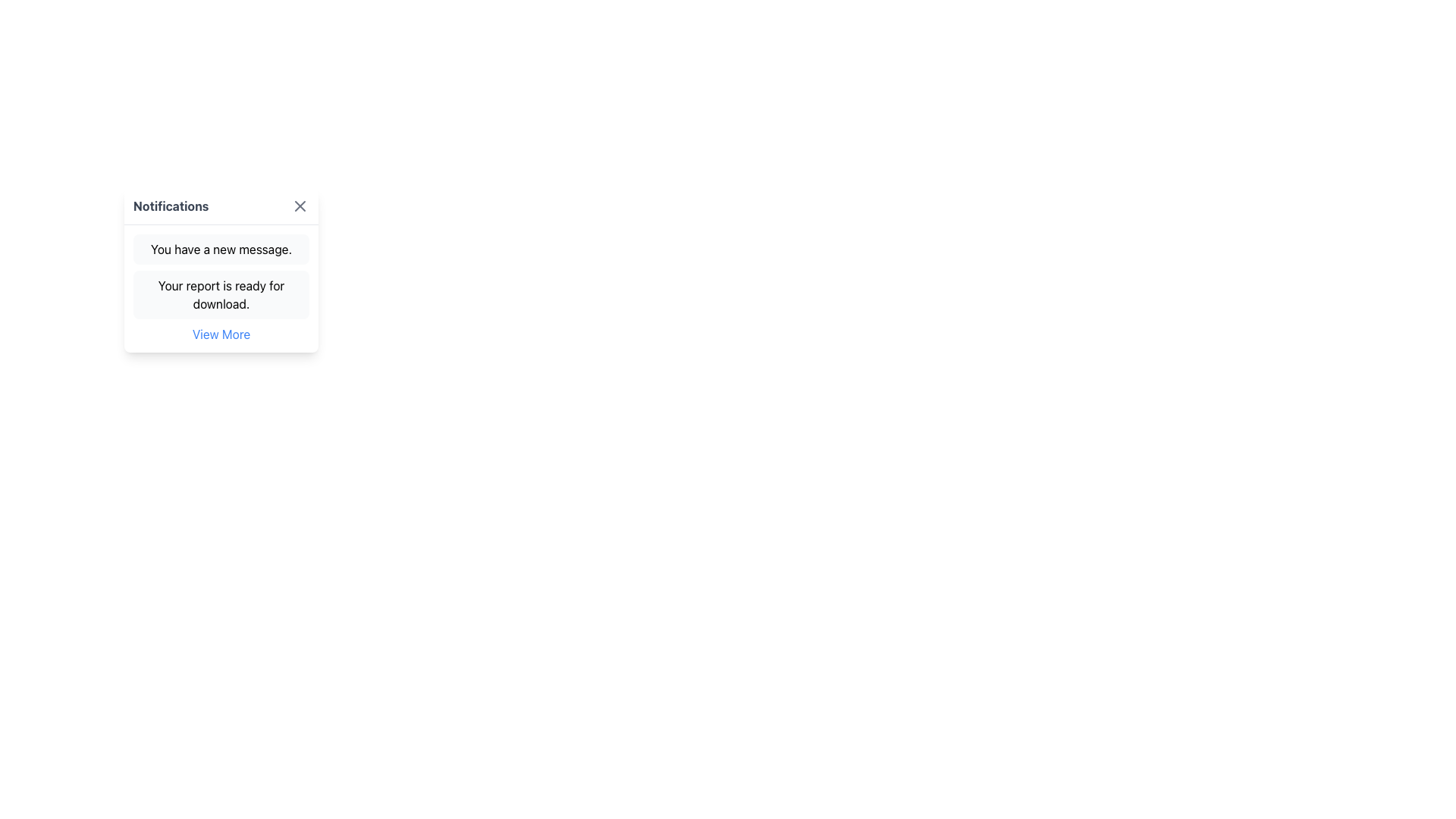 The image size is (1456, 819). Describe the element at coordinates (300, 206) in the screenshot. I see `the 'X' icon button, which is styled in gray and located at the top right corner of the notification popup` at that location.